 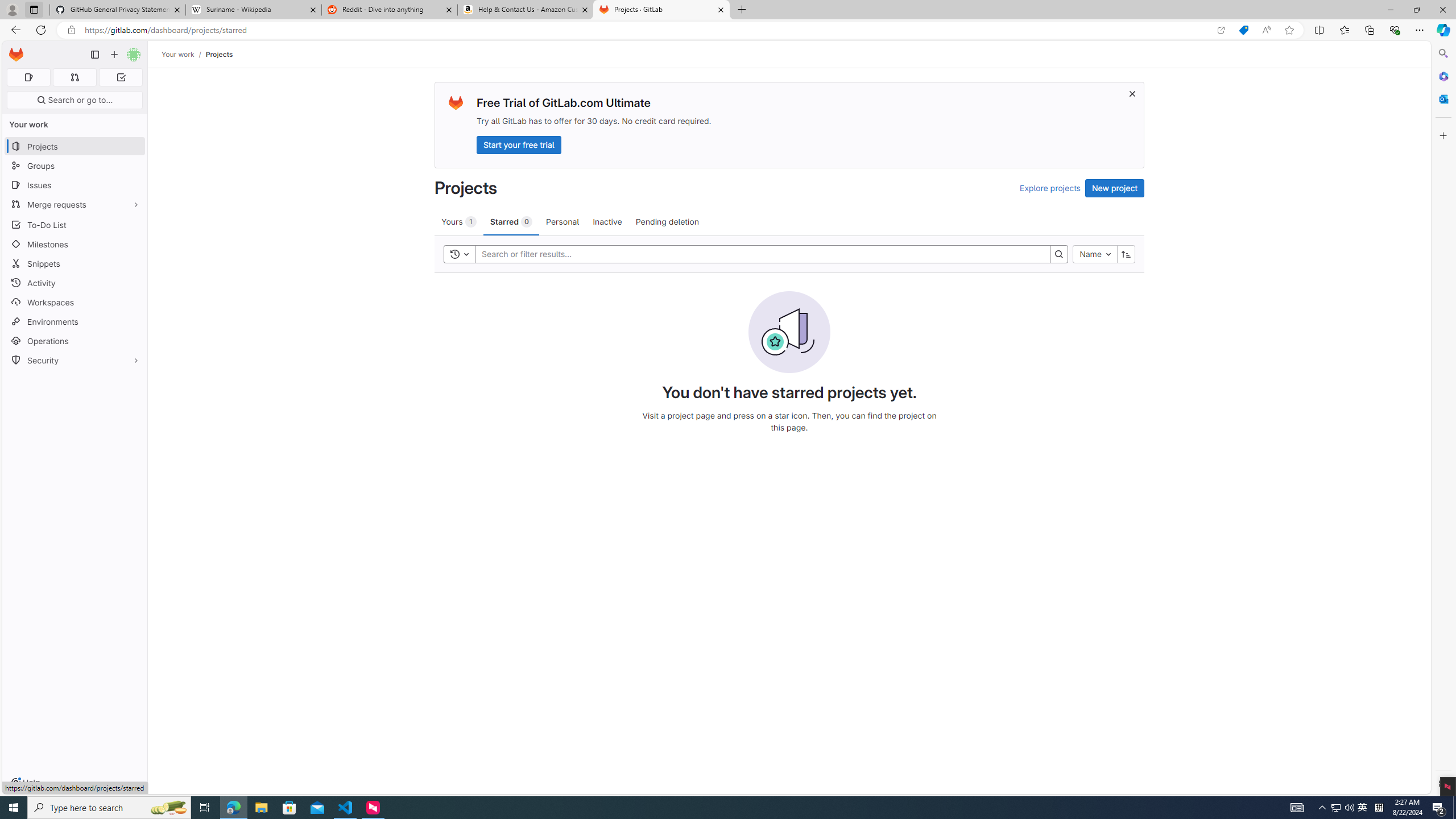 What do you see at coordinates (74, 243) in the screenshot?
I see `'Milestones'` at bounding box center [74, 243].